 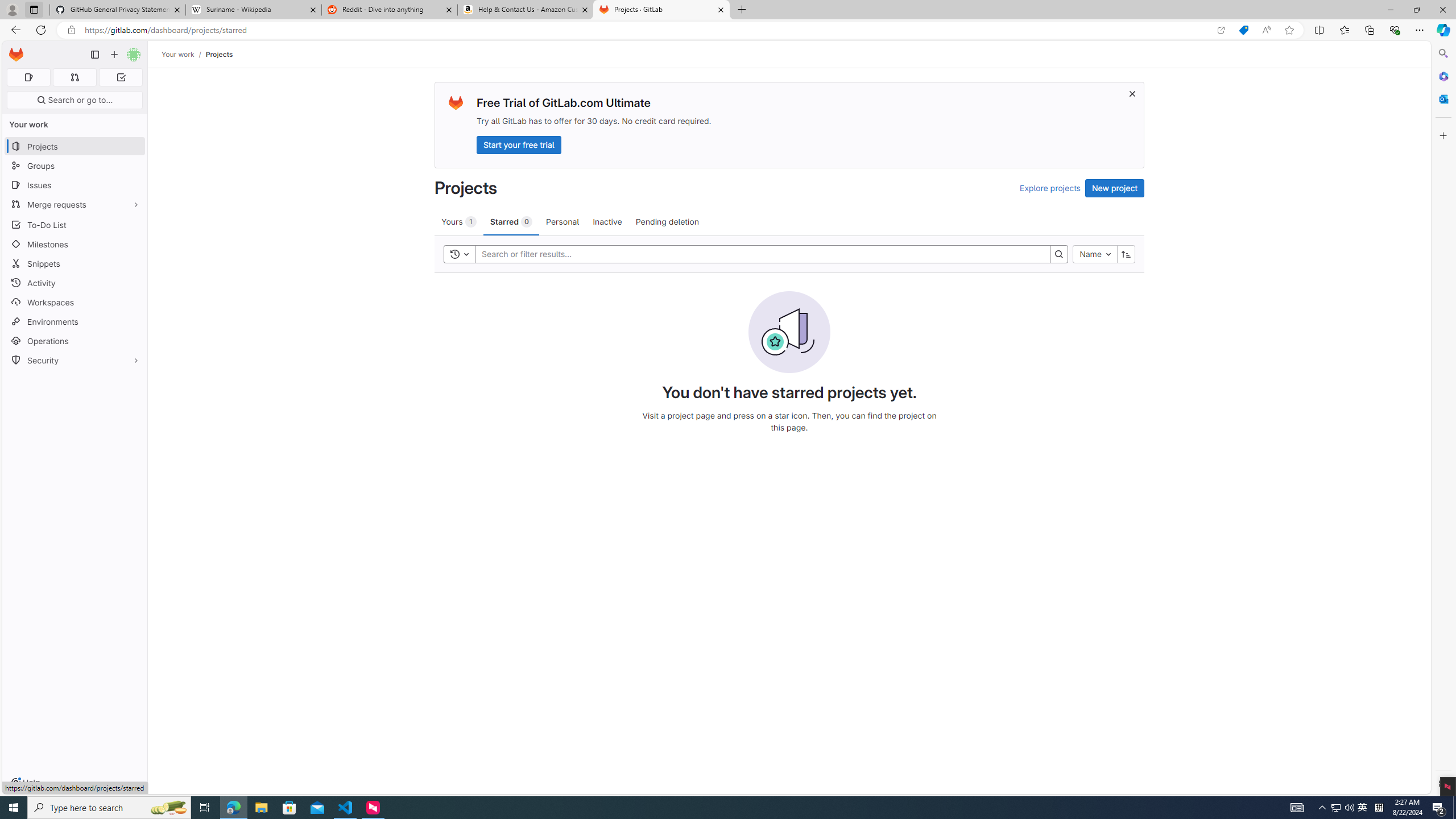 What do you see at coordinates (74, 243) in the screenshot?
I see `'Milestones'` at bounding box center [74, 243].